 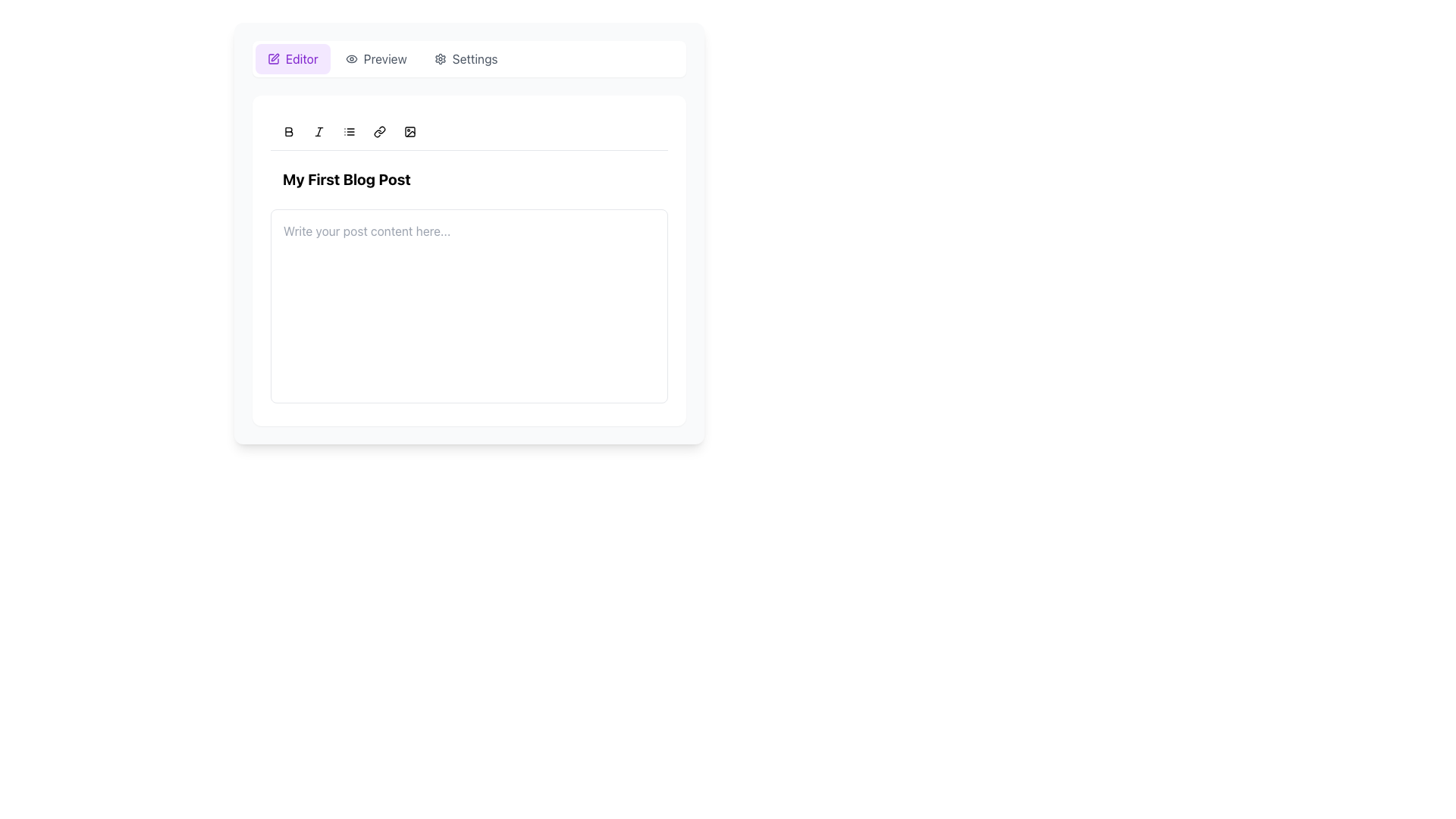 What do you see at coordinates (379, 130) in the screenshot?
I see `the 'Link' icon button located in the third slot of the horizontal toolbar above the blog post editor` at bounding box center [379, 130].